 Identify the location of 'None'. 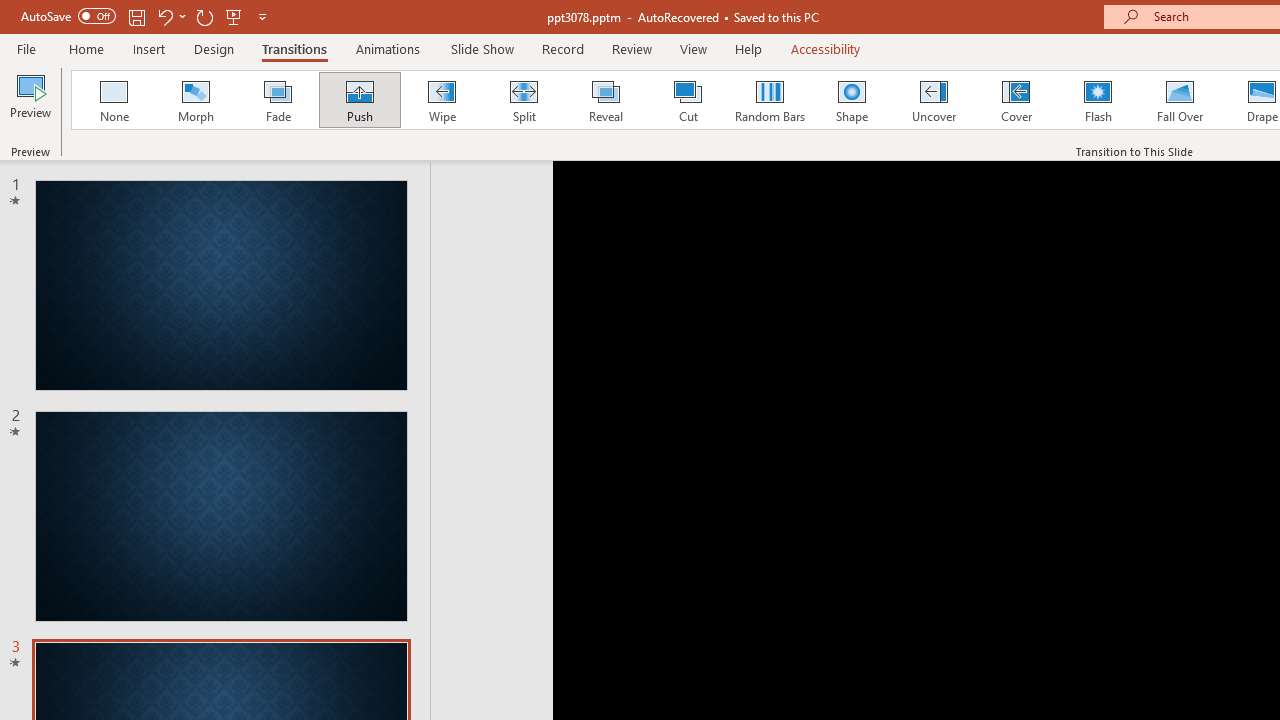
(112, 100).